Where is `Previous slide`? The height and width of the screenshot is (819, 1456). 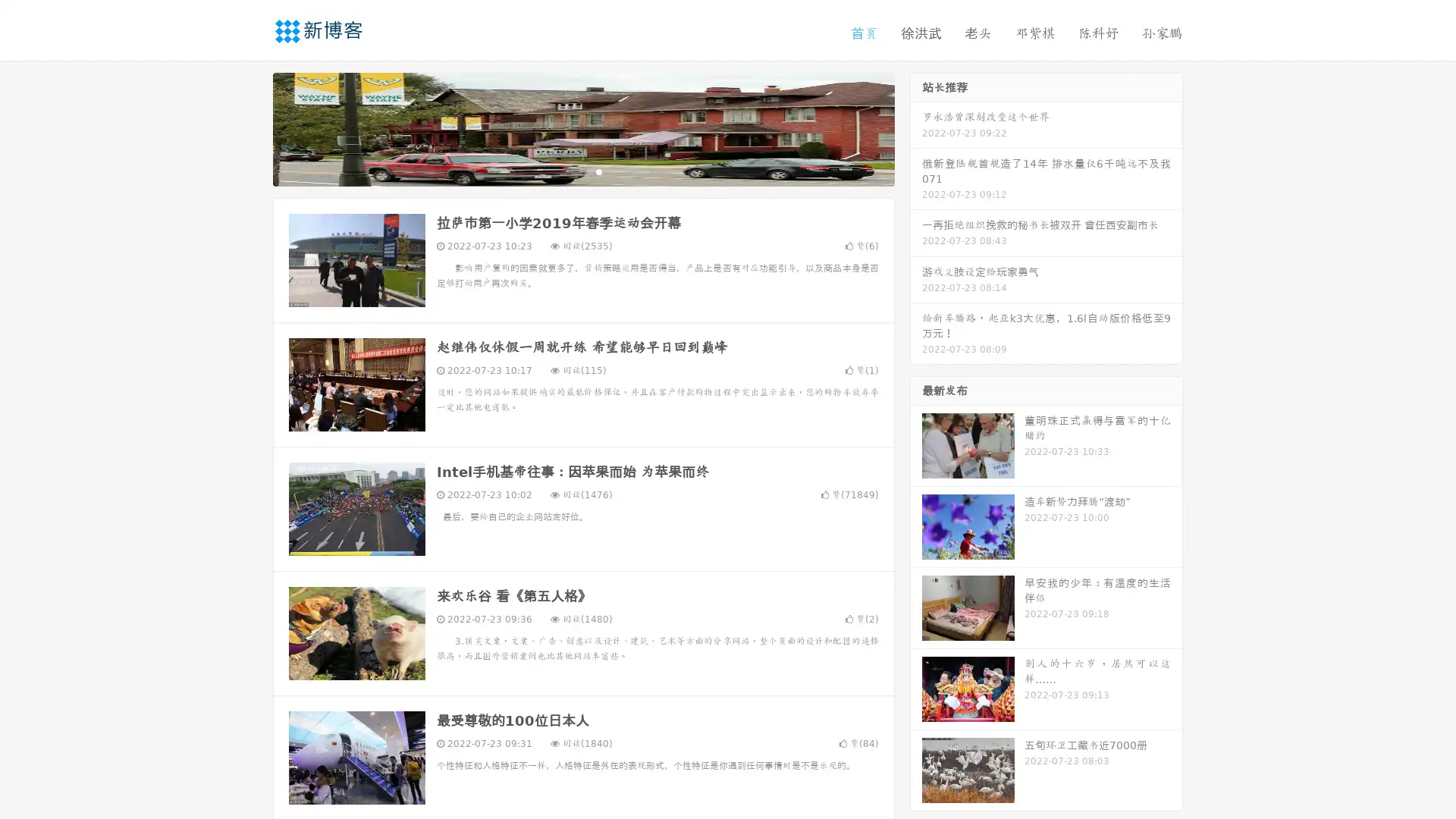
Previous slide is located at coordinates (250, 127).